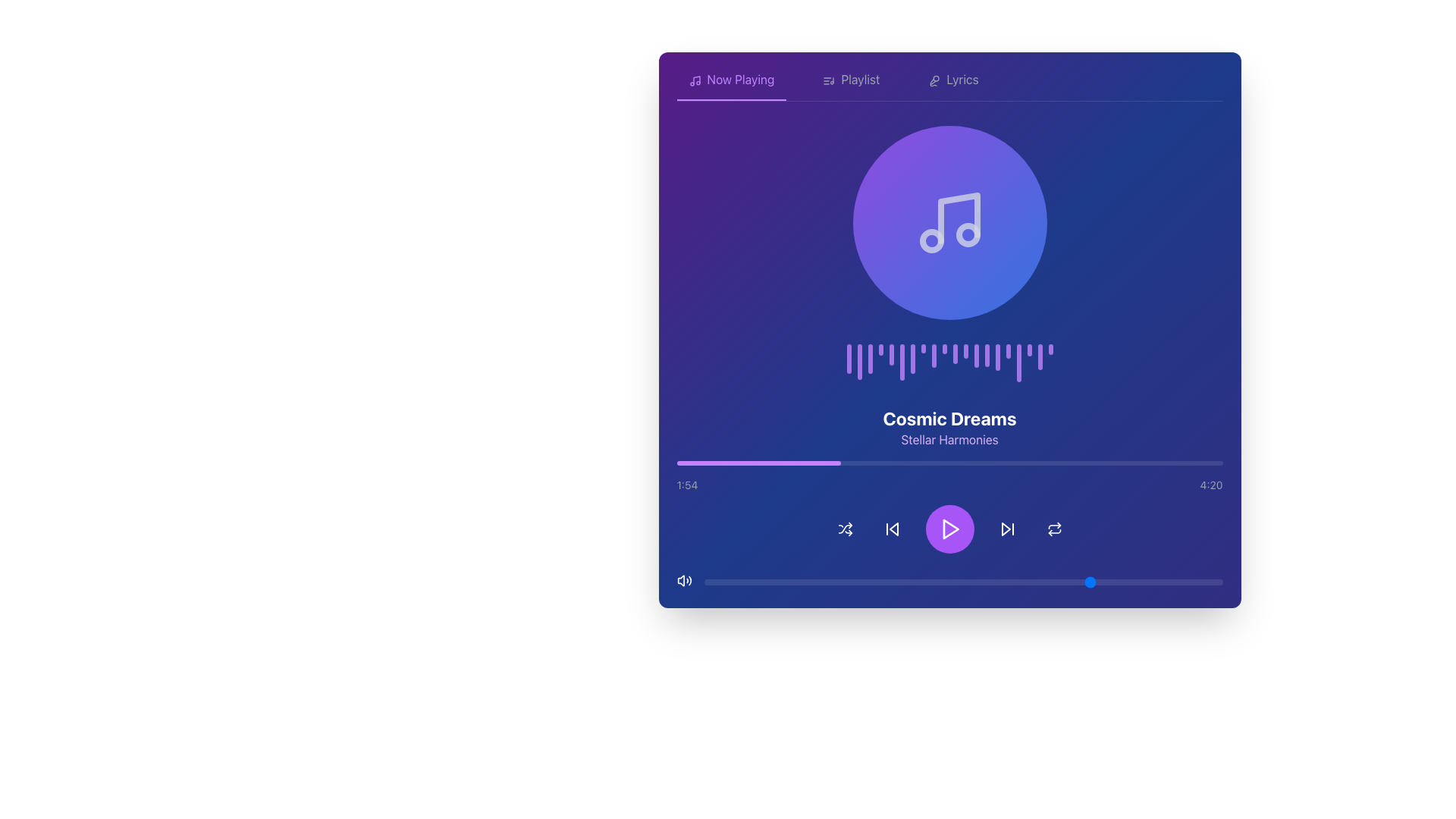  Describe the element at coordinates (731, 85) in the screenshot. I see `the 'Now Playing' navigation tab located at the top-left corner of the music player interface` at that location.